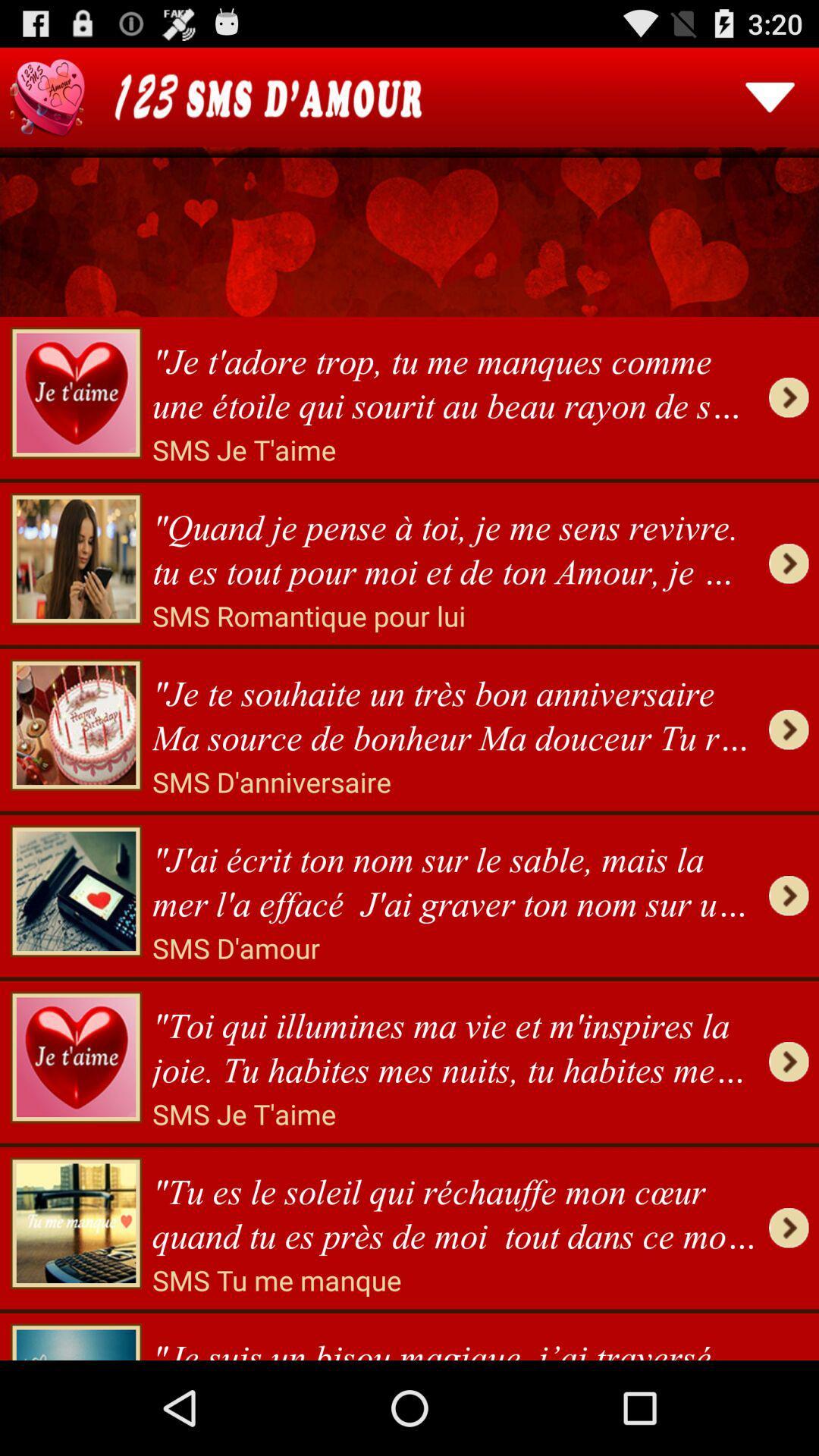 The width and height of the screenshot is (819, 1456). Describe the element at coordinates (308, 616) in the screenshot. I see `the sms romantique pour icon` at that location.